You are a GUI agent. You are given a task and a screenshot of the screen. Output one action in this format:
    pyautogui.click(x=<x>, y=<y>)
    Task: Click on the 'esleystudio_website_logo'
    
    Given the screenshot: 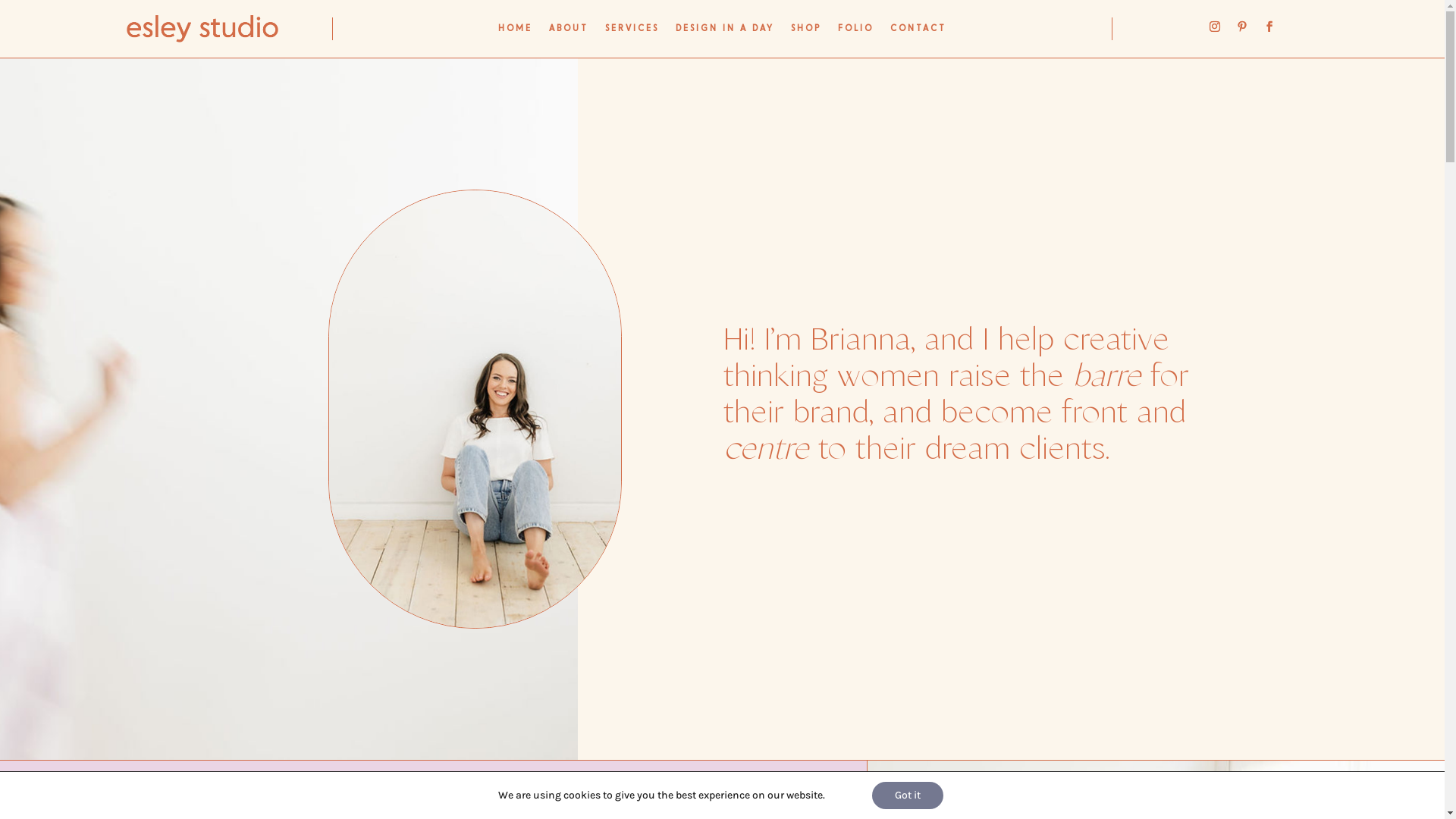 What is the action you would take?
    pyautogui.click(x=202, y=29)
    